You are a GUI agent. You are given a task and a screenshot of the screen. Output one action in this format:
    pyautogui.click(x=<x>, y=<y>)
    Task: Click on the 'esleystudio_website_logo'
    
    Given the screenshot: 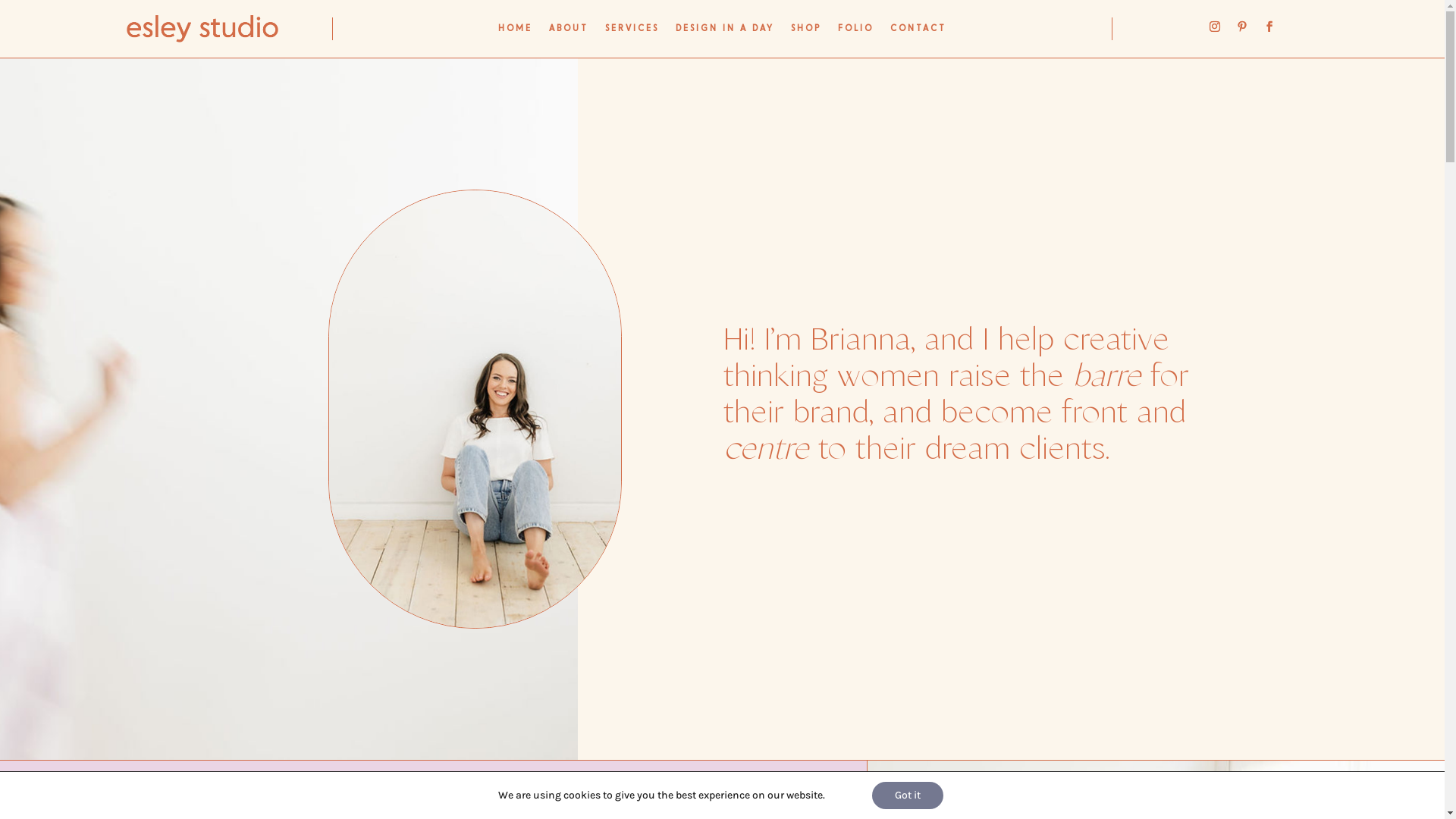 What is the action you would take?
    pyautogui.click(x=202, y=29)
    